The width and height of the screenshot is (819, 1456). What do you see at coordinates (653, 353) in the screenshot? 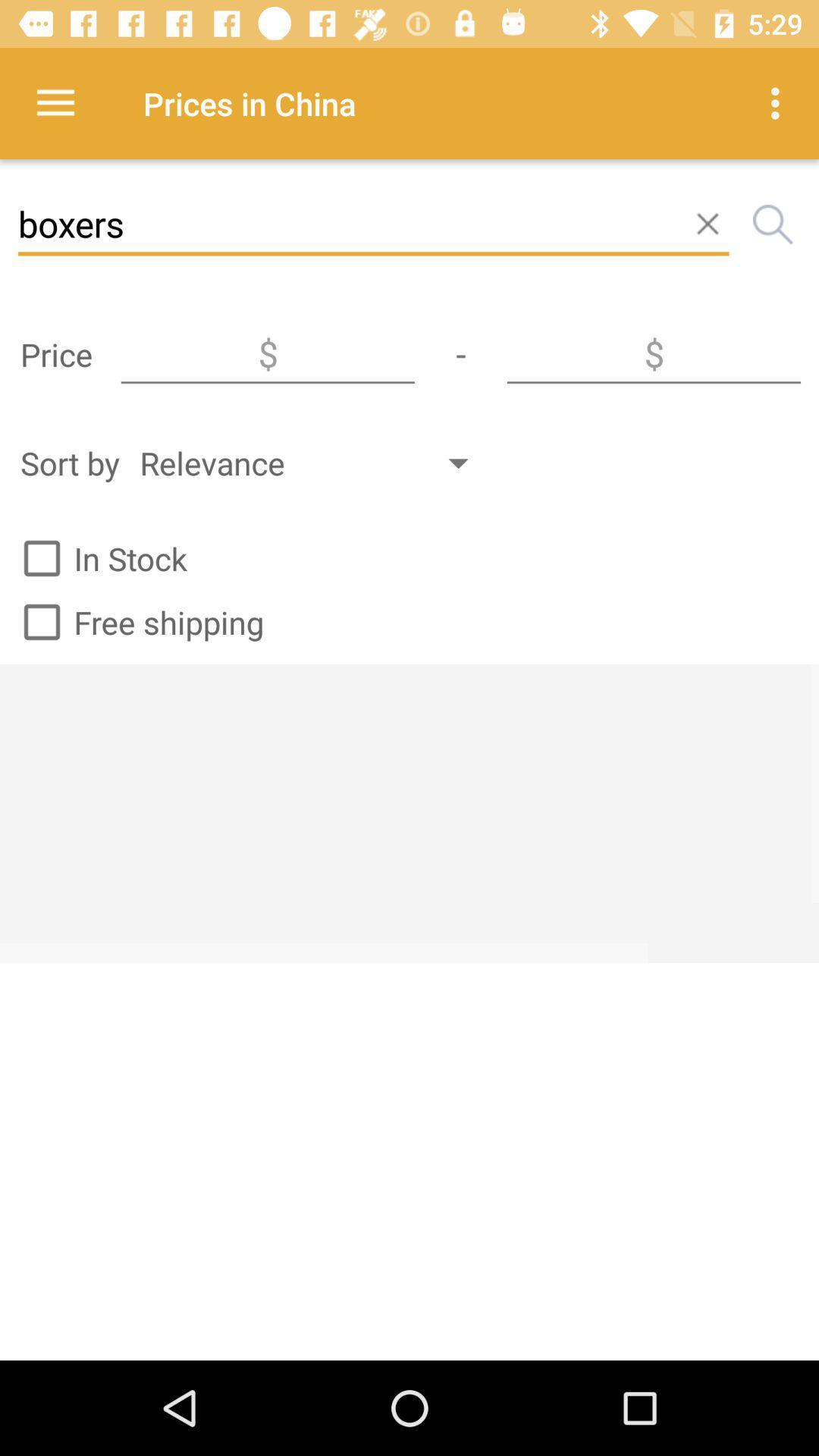
I see `activate price textbox` at bounding box center [653, 353].